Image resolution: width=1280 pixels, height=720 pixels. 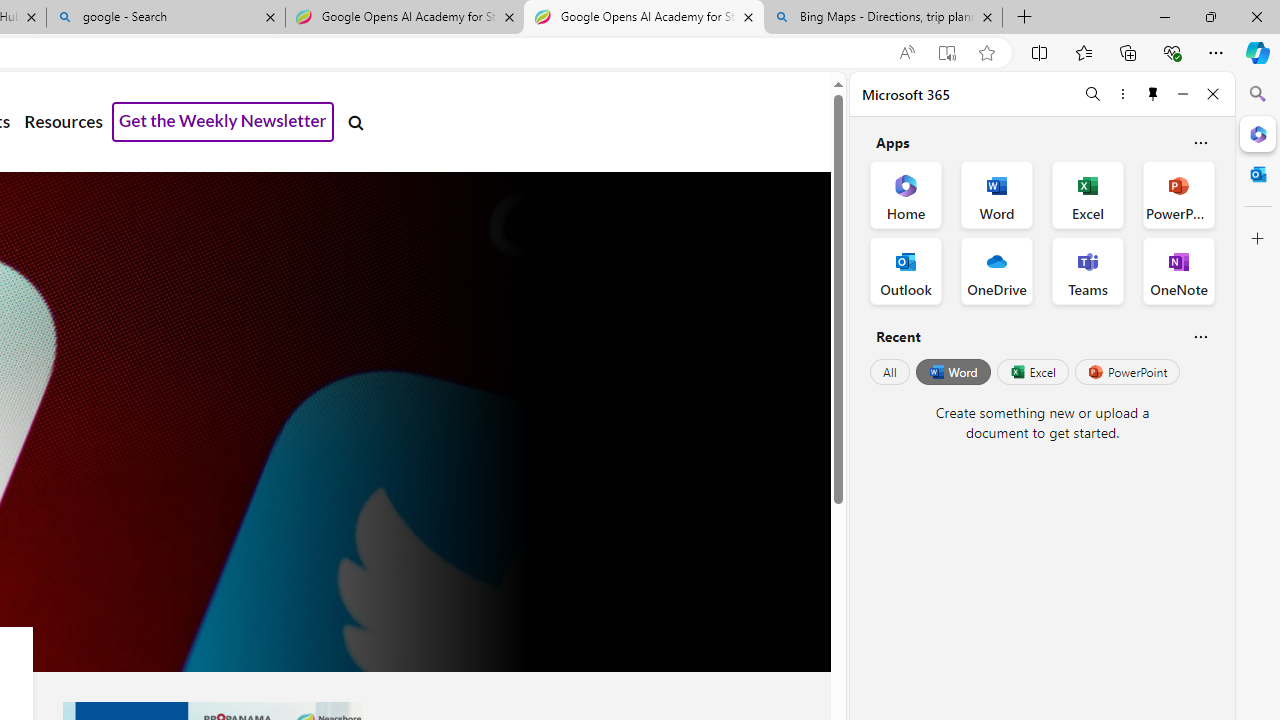 I want to click on 'New Tab', so click(x=1025, y=17).